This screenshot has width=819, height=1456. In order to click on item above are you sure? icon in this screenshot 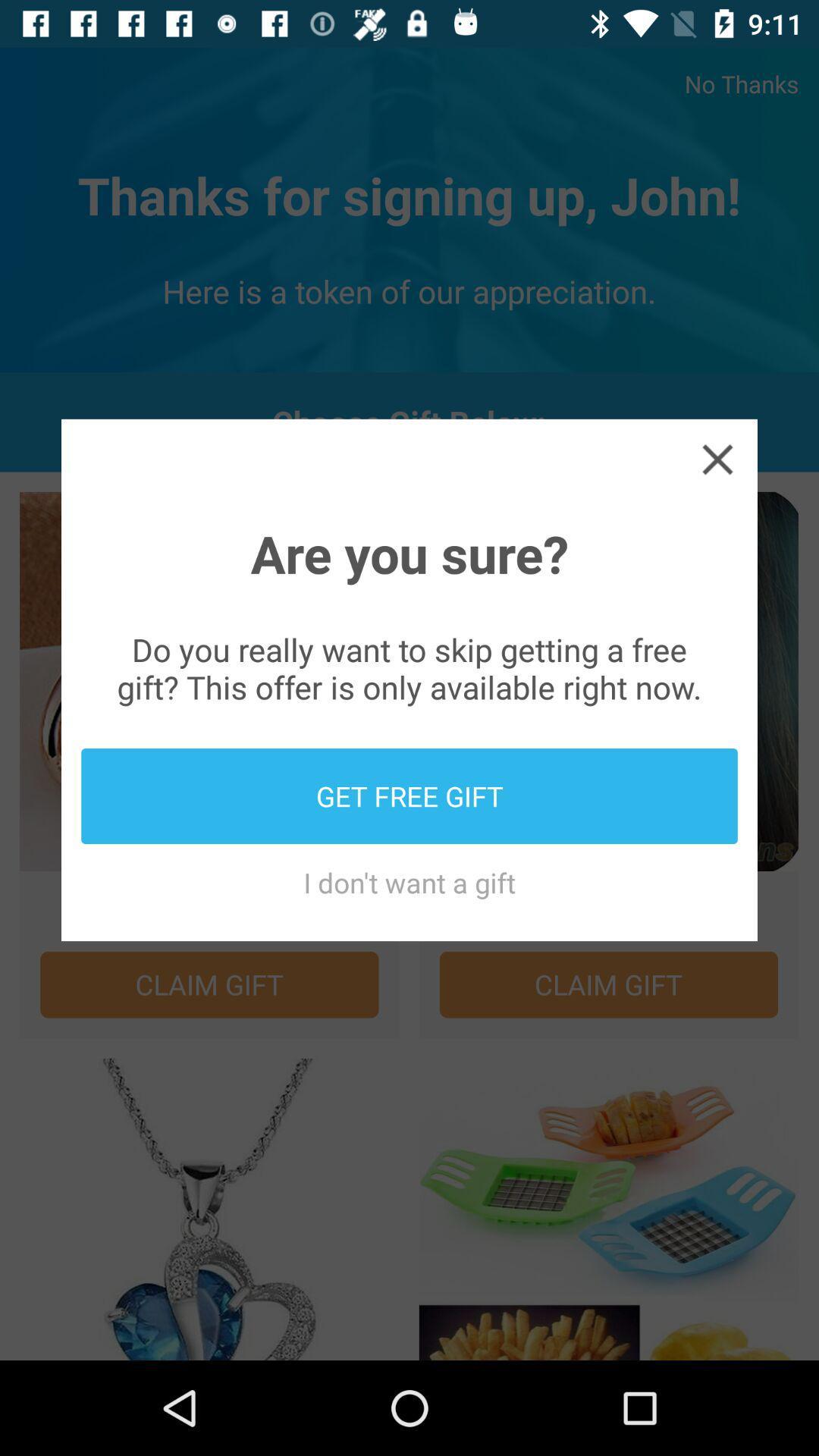, I will do `click(717, 458)`.